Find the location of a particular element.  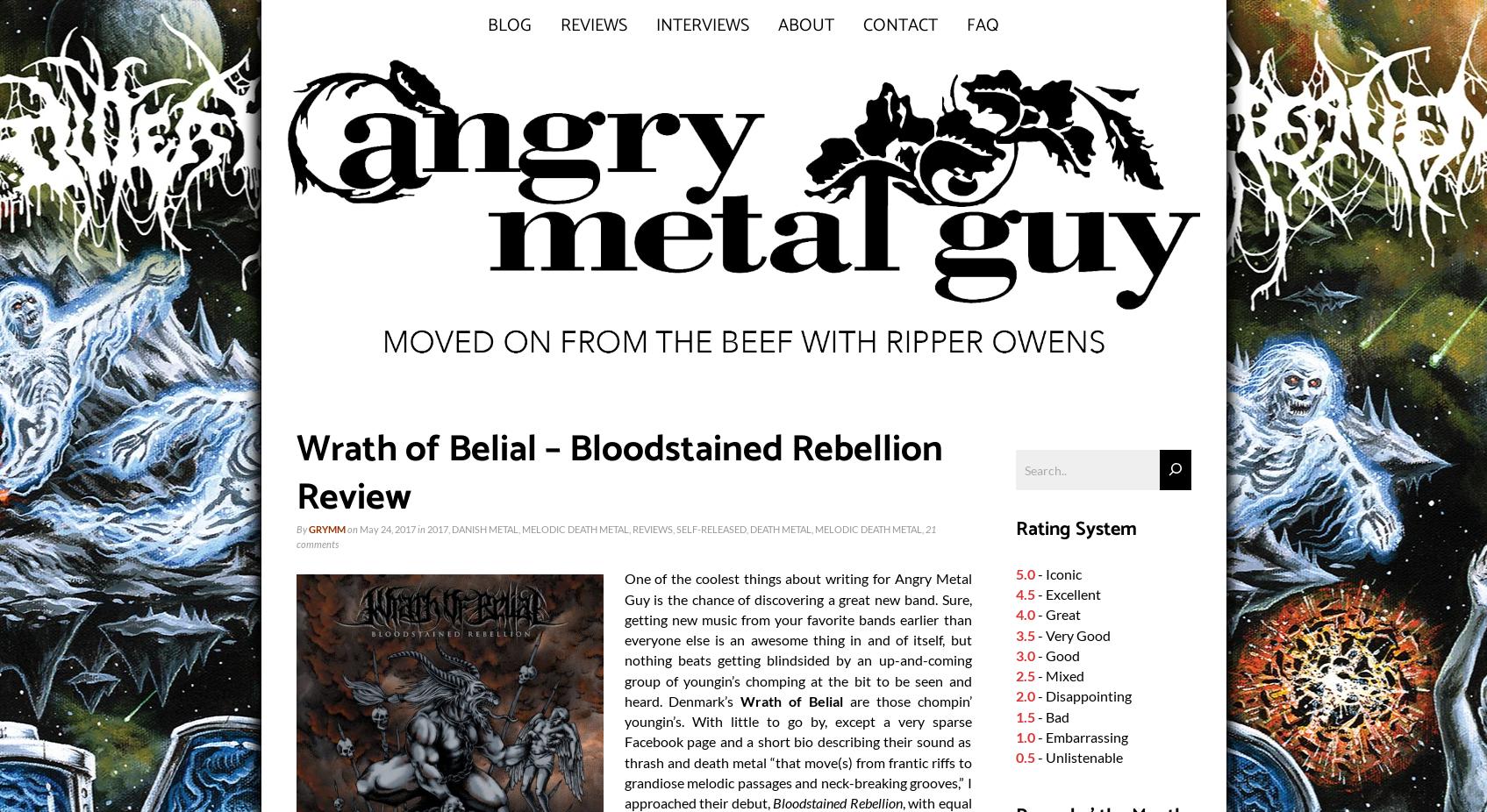

'Angry Metal Guy' is located at coordinates (797, 588).